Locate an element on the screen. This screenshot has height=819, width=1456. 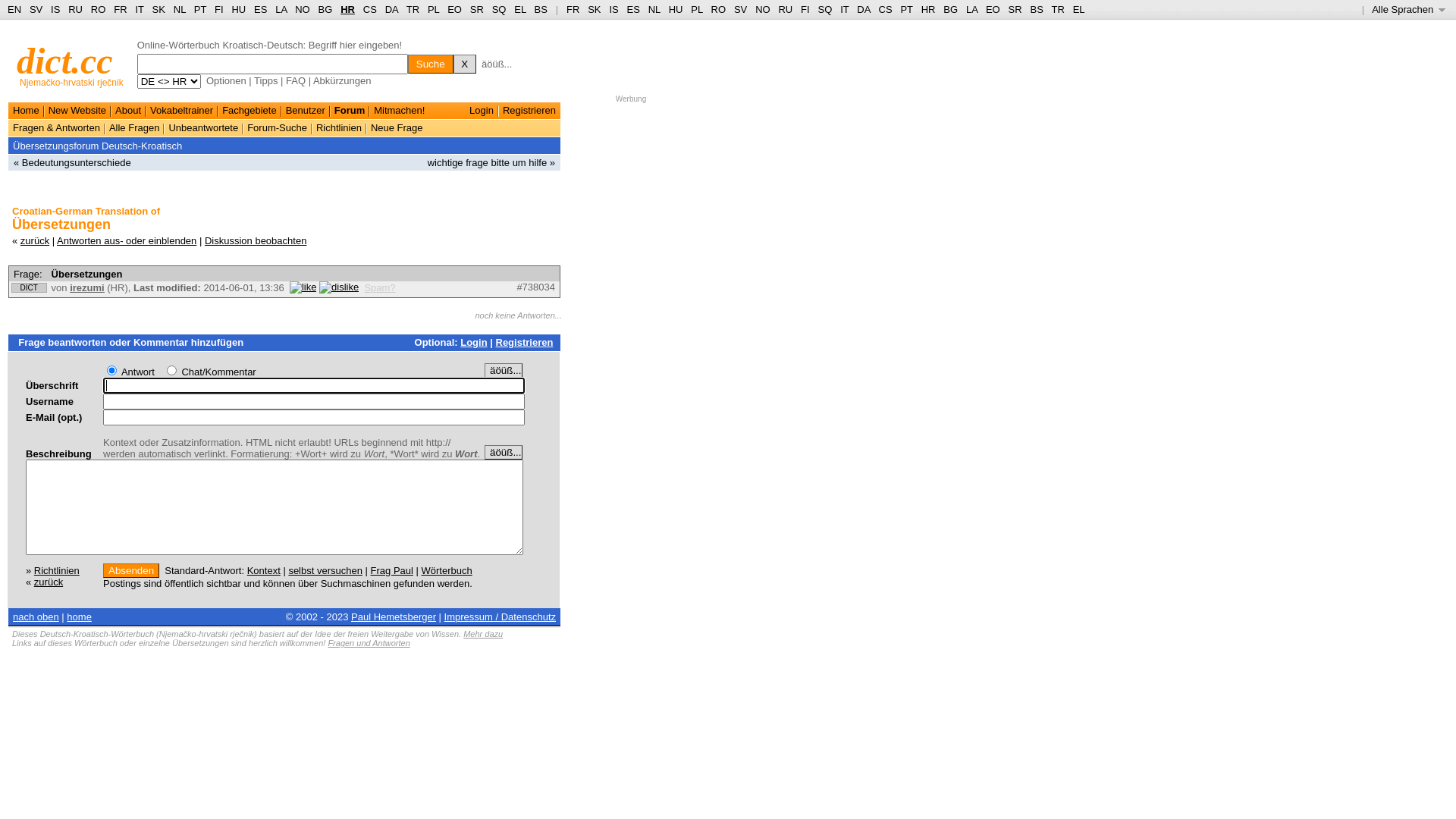
'PT' is located at coordinates (199, 9).